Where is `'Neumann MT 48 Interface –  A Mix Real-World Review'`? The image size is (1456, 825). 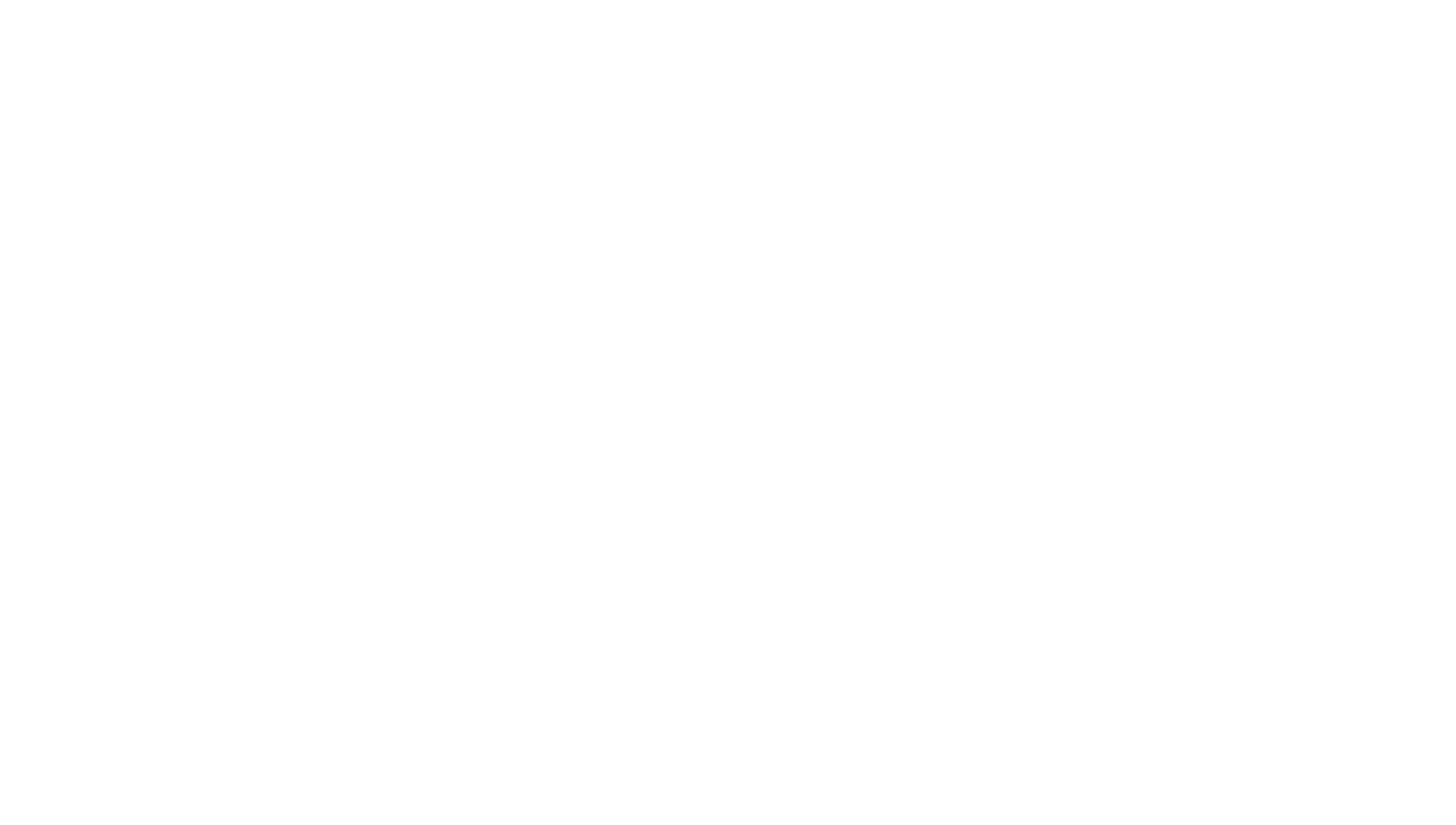
'Neumann MT 48 Interface –  A Mix Real-World Review' is located at coordinates (655, 180).